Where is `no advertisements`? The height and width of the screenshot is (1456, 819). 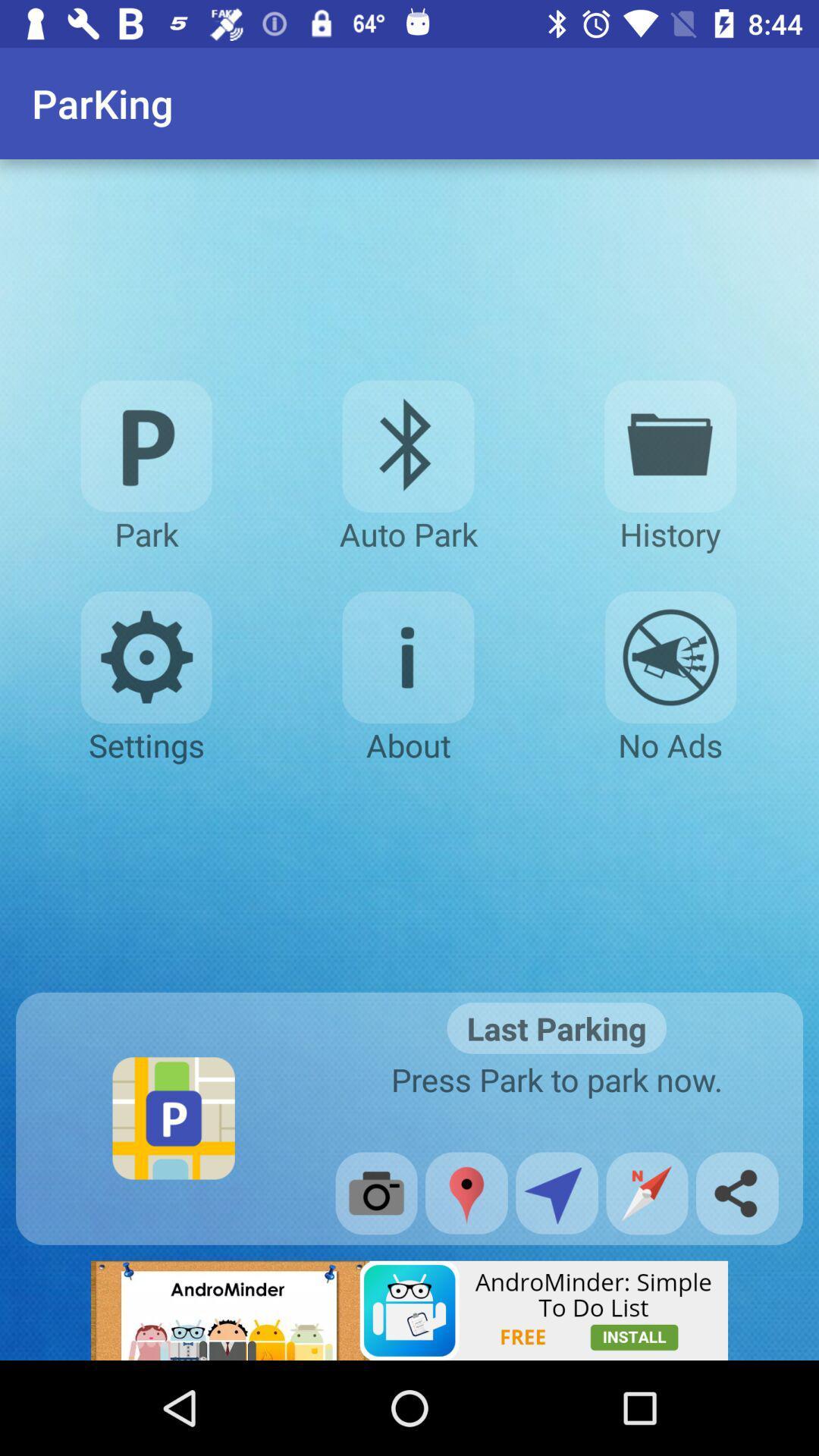
no advertisements is located at coordinates (670, 657).